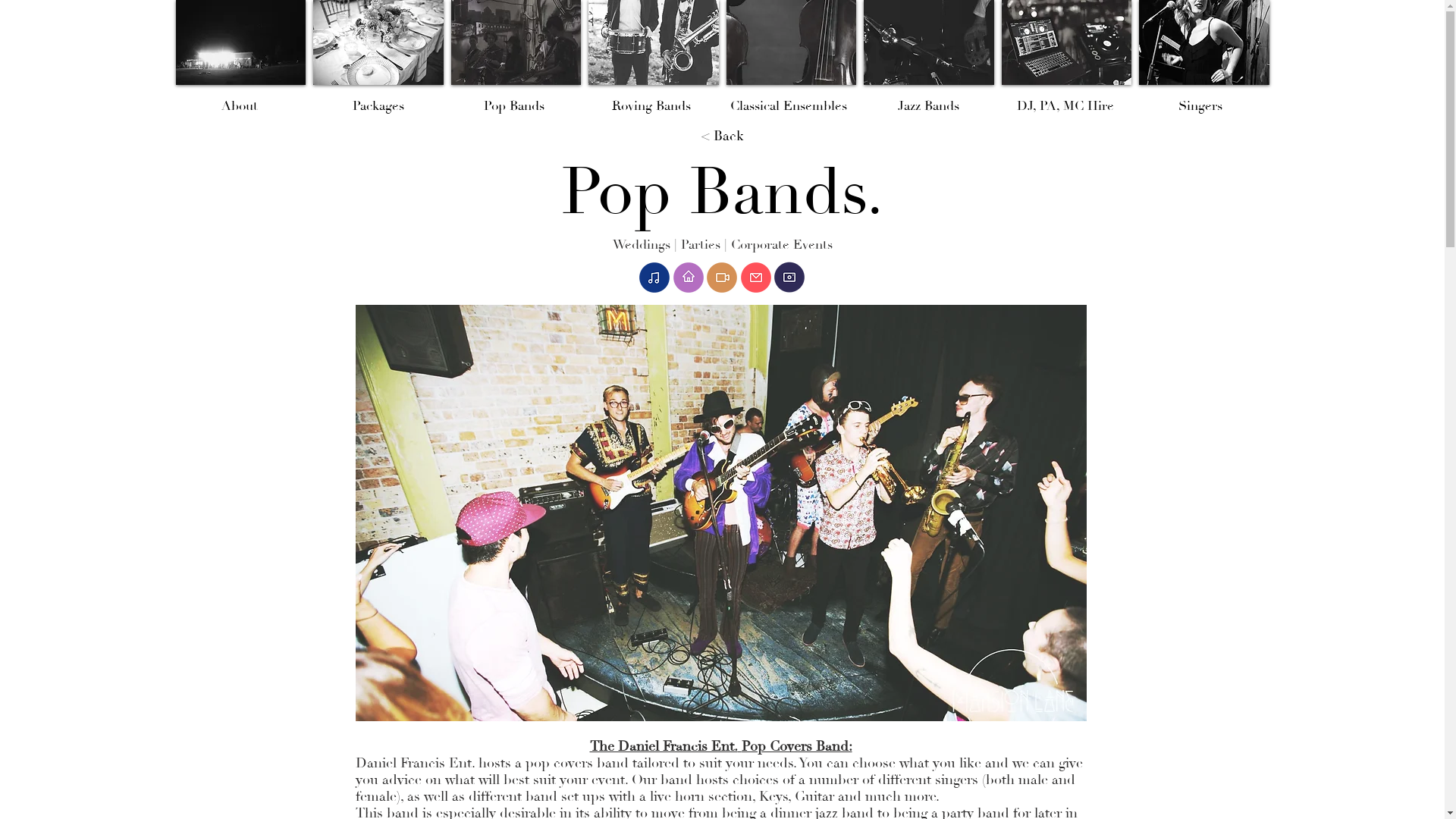  Describe the element at coordinates (1065, 105) in the screenshot. I see `'DJ, PA, MC Hire'` at that location.